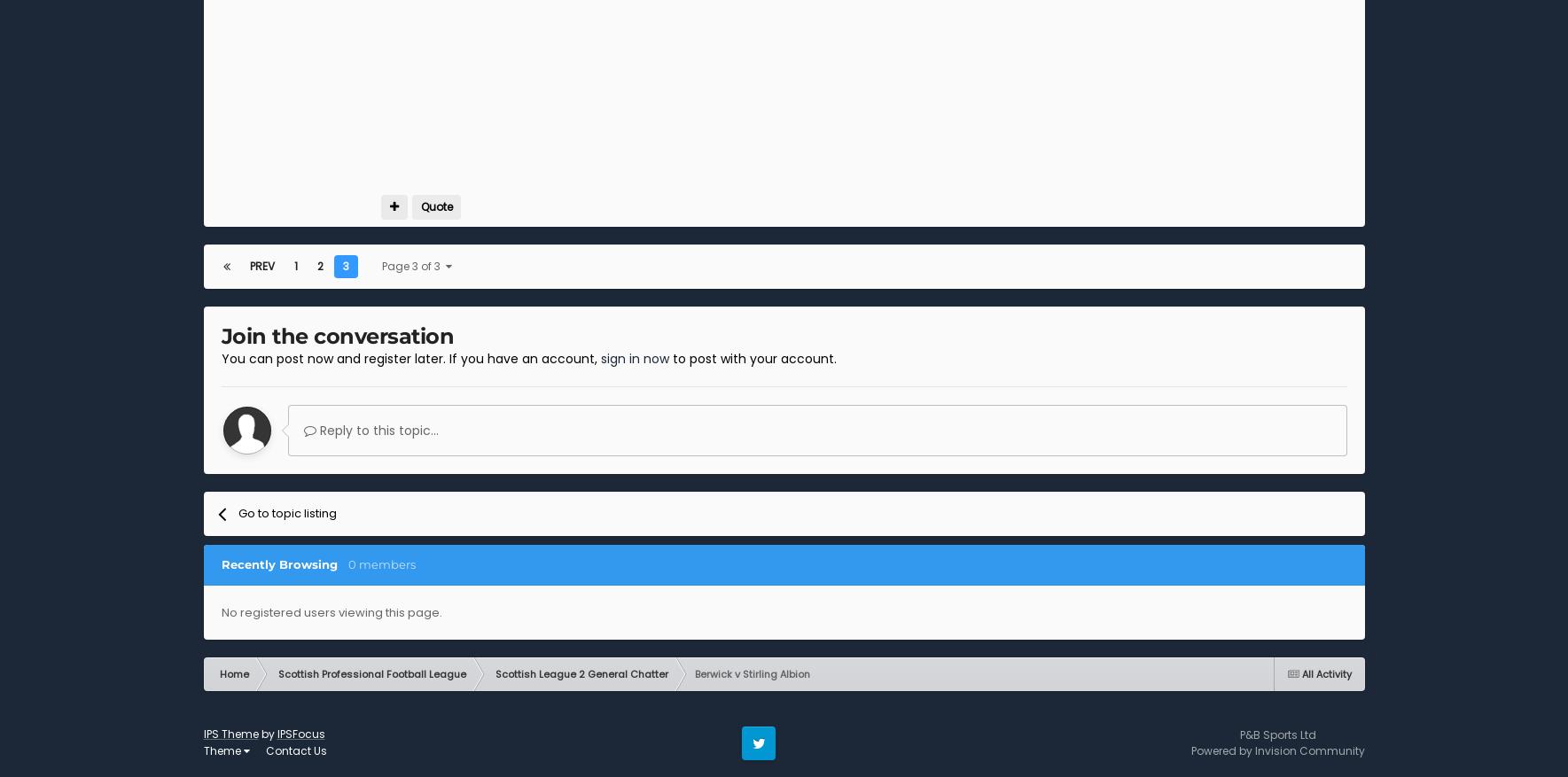 The width and height of the screenshot is (1568, 777). Describe the element at coordinates (295, 750) in the screenshot. I see `'Contact Us'` at that location.